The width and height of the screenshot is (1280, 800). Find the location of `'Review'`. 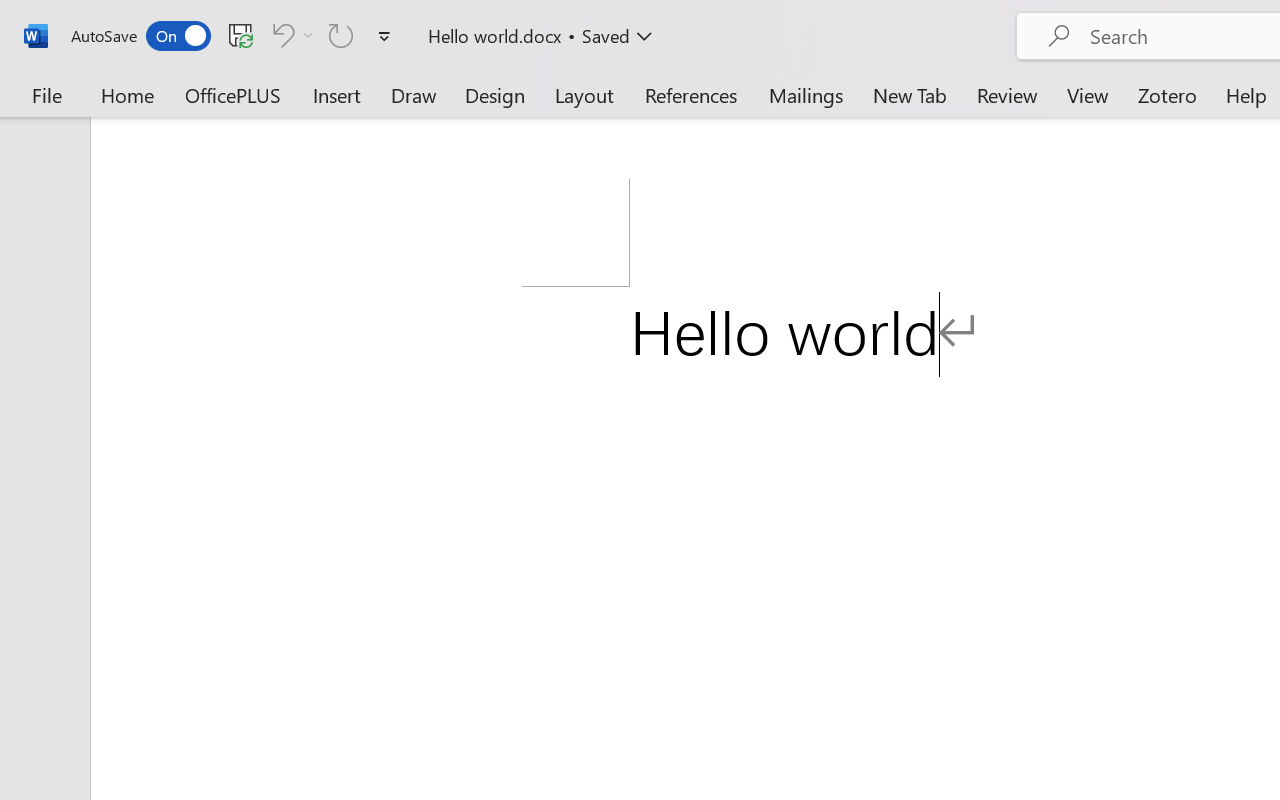

'Review' is located at coordinates (1007, 94).